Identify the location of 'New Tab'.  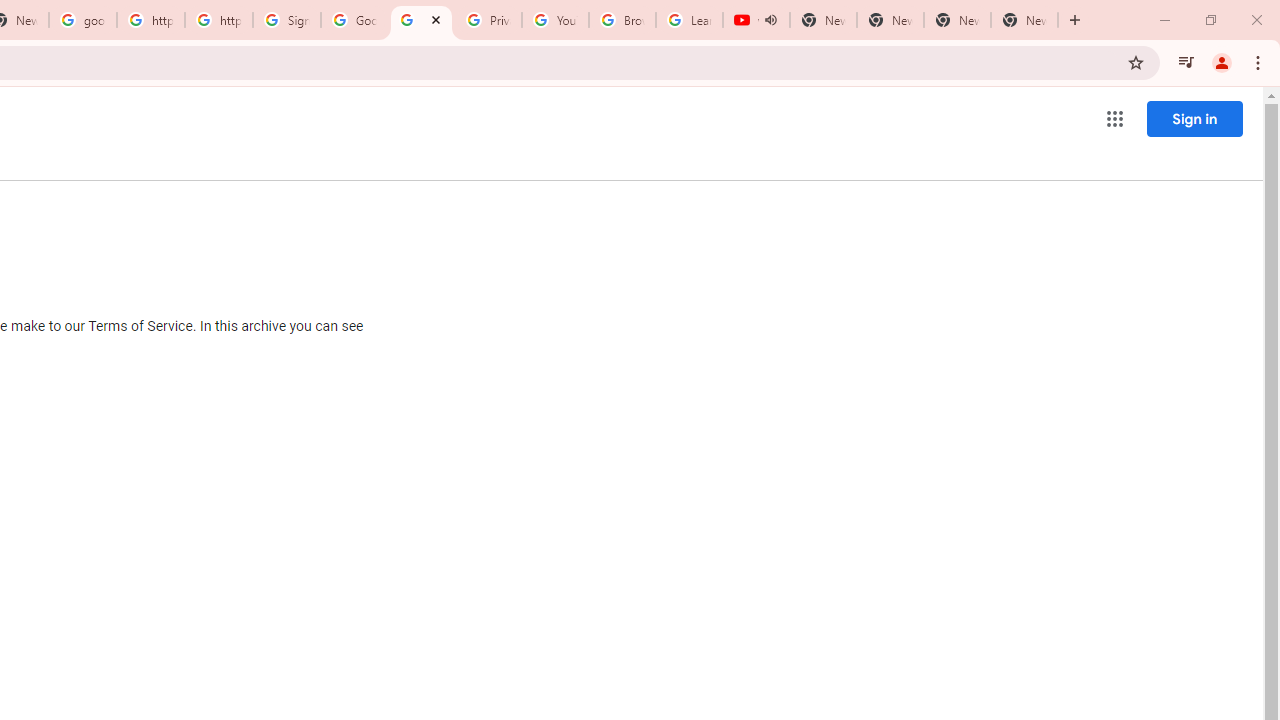
(1024, 20).